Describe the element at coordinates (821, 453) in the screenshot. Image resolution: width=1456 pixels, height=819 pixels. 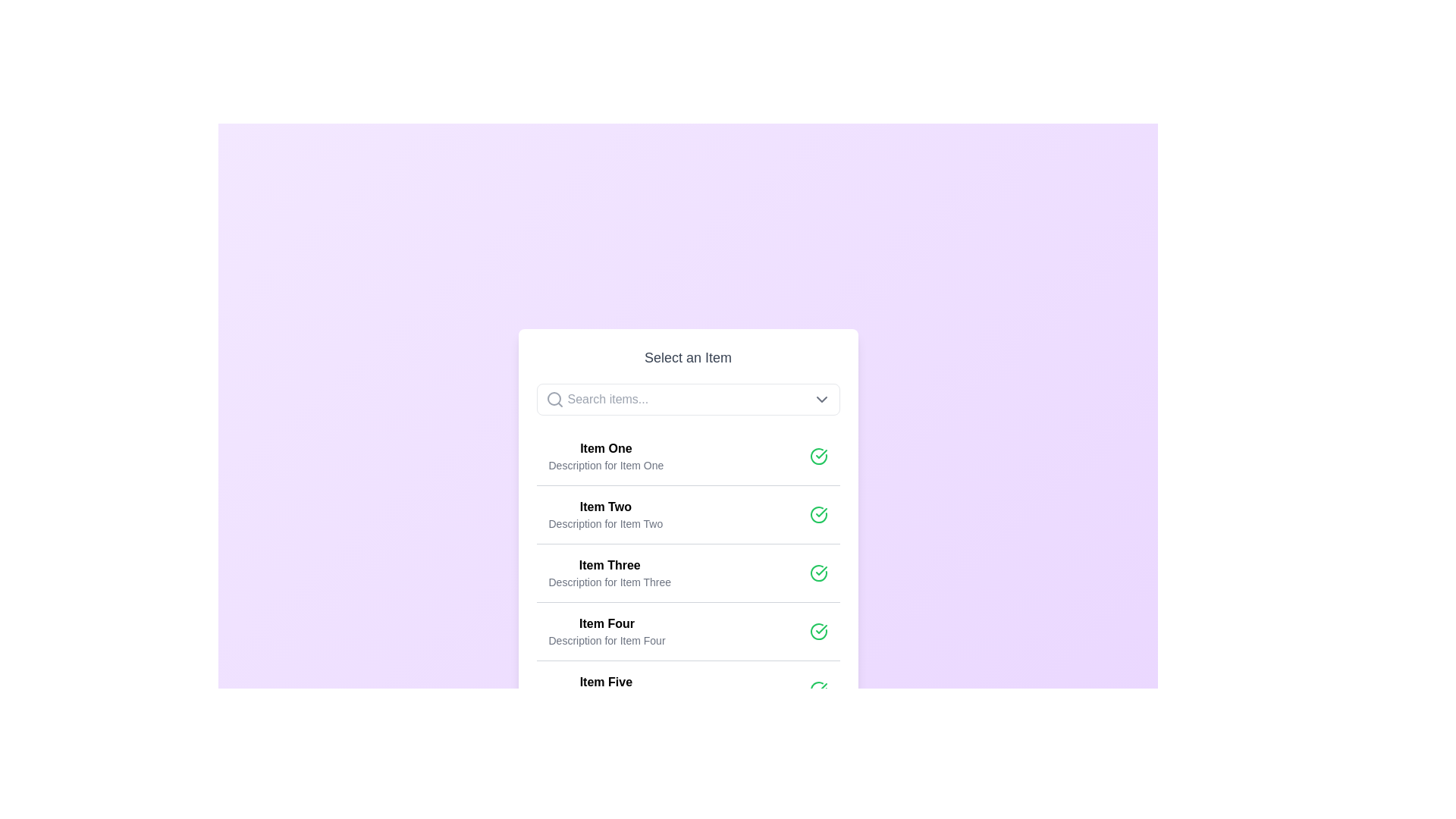
I see `the checkmark icon to confirm the selection of 'Item Two' in the list` at that location.